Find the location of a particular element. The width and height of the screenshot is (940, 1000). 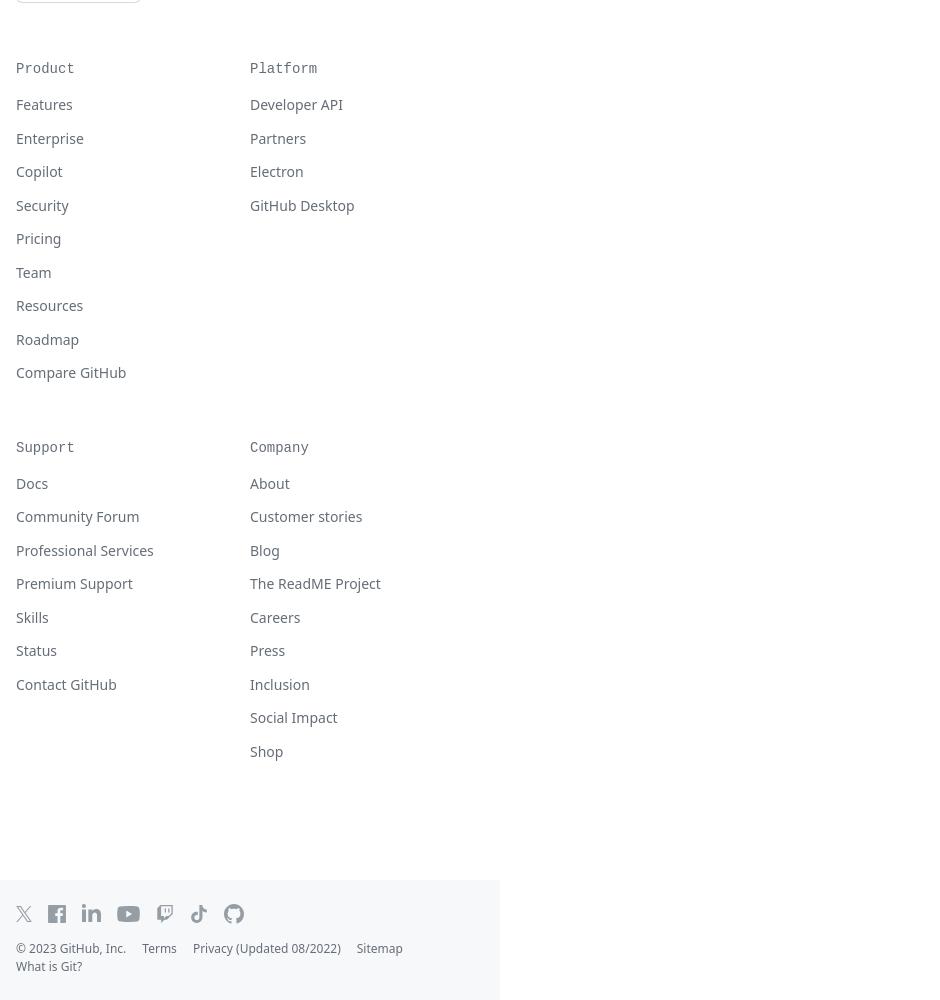

')' is located at coordinates (338, 947).